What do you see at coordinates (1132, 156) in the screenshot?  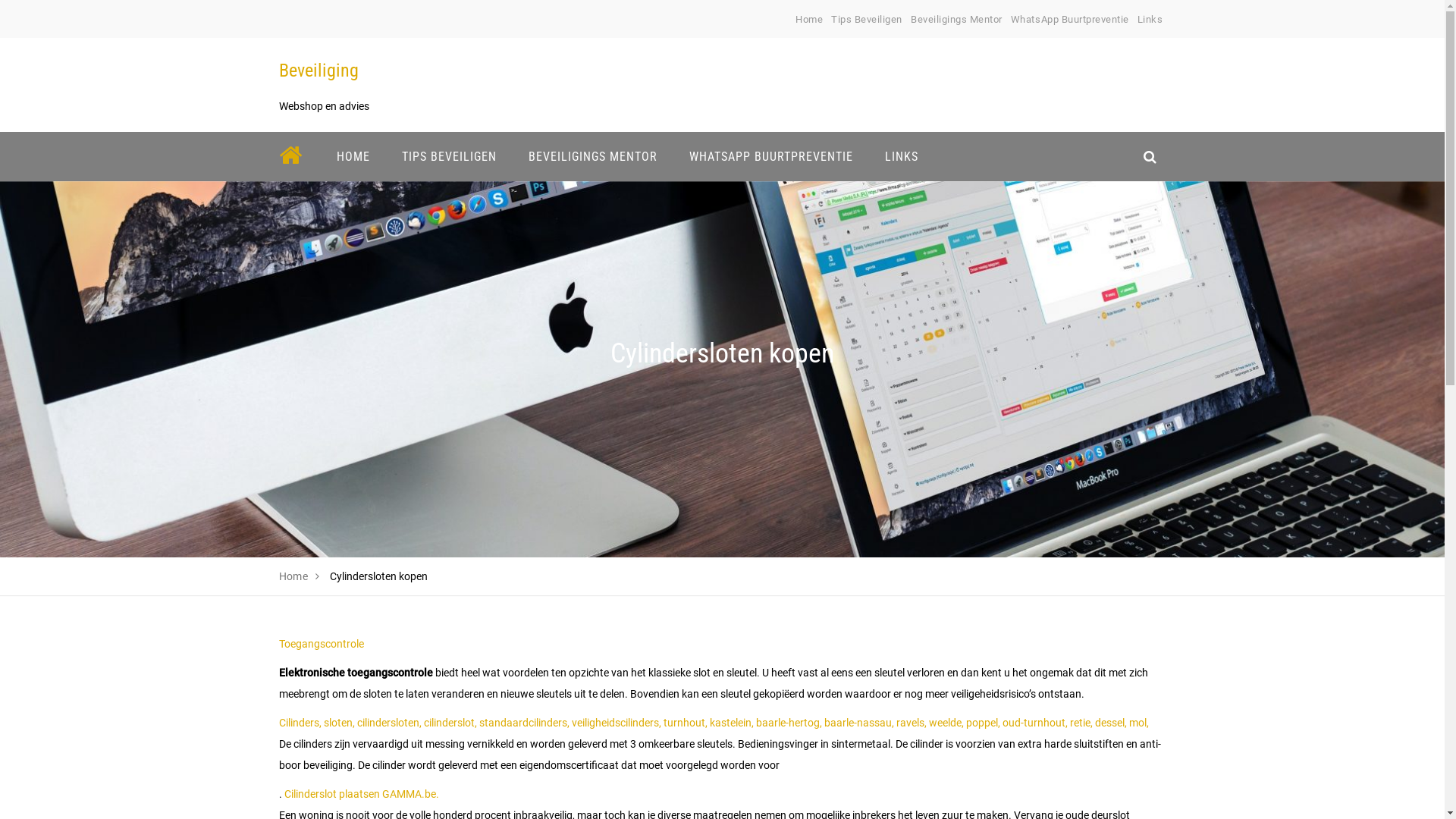 I see `'search_icon'` at bounding box center [1132, 156].